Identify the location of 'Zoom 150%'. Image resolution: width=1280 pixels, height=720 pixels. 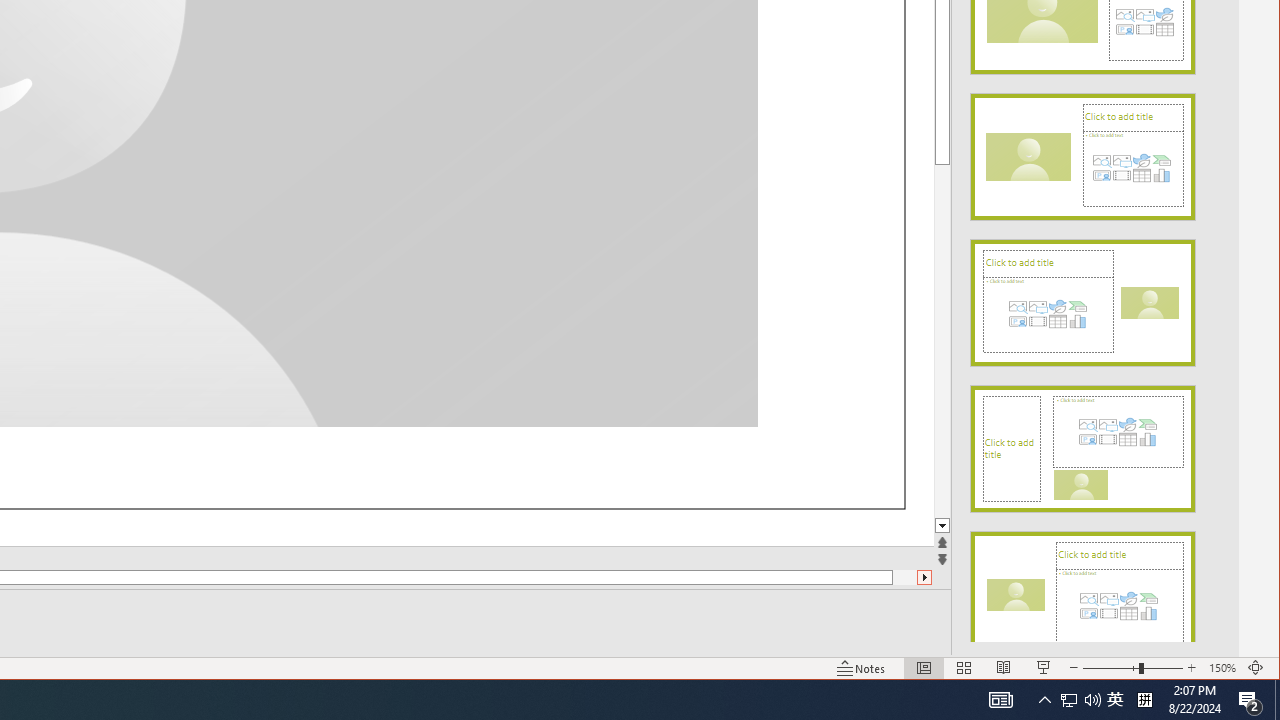
(1221, 668).